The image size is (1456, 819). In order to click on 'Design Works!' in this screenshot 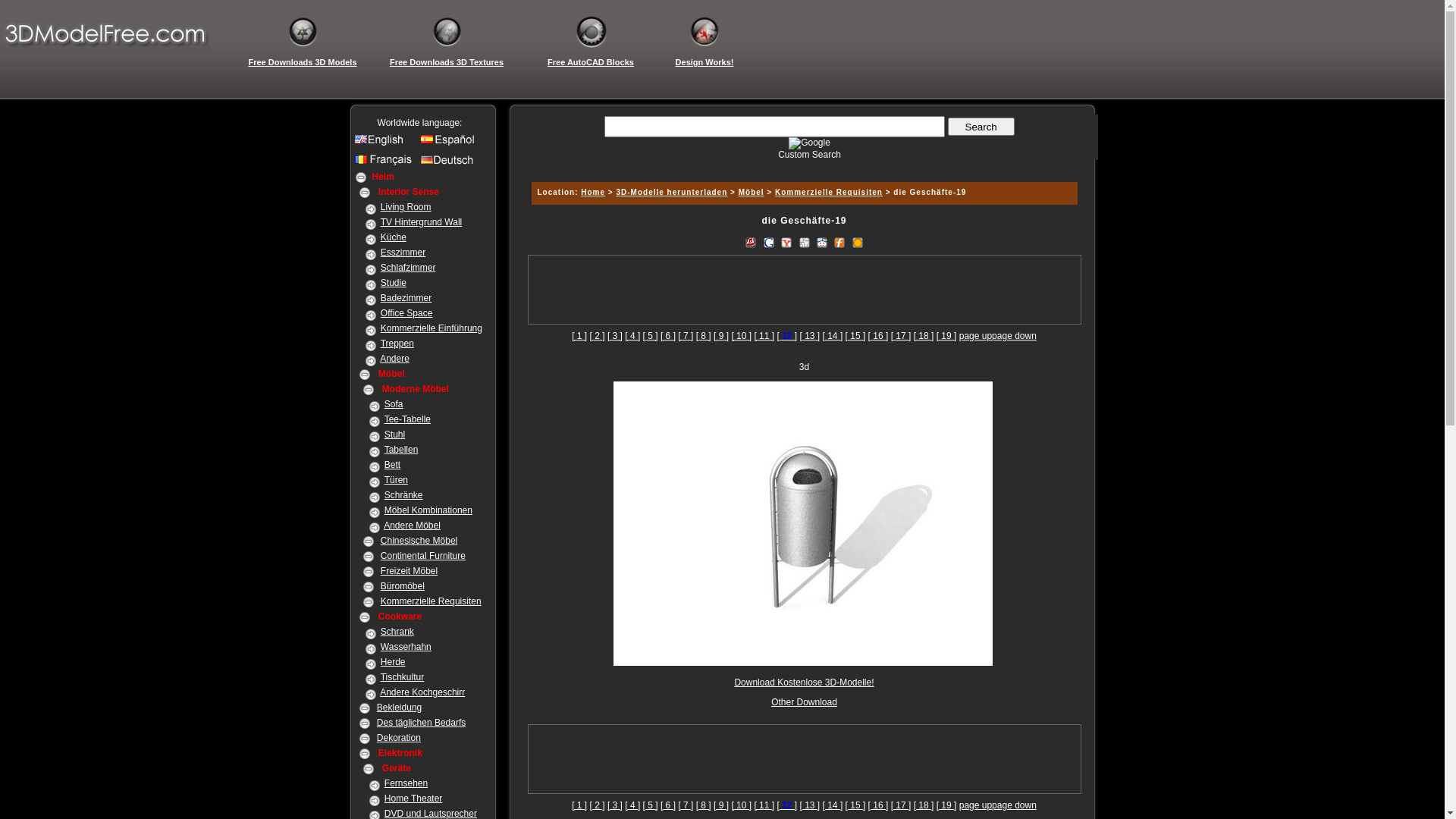, I will do `click(704, 61)`.